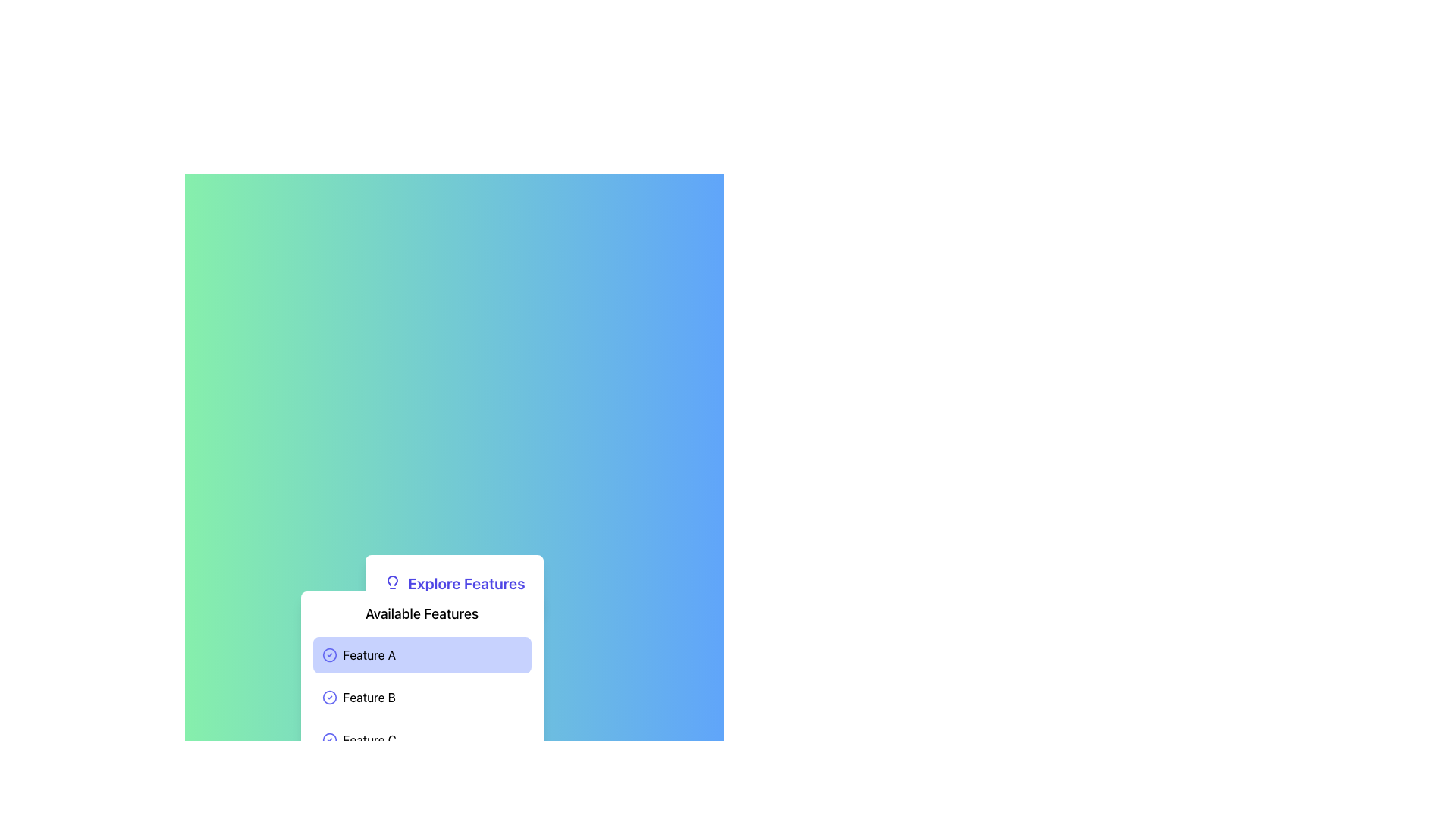 The height and width of the screenshot is (819, 1456). Describe the element at coordinates (393, 583) in the screenshot. I see `the exploration icon located to the left of the 'Explore Features' text at the top of the widget` at that location.